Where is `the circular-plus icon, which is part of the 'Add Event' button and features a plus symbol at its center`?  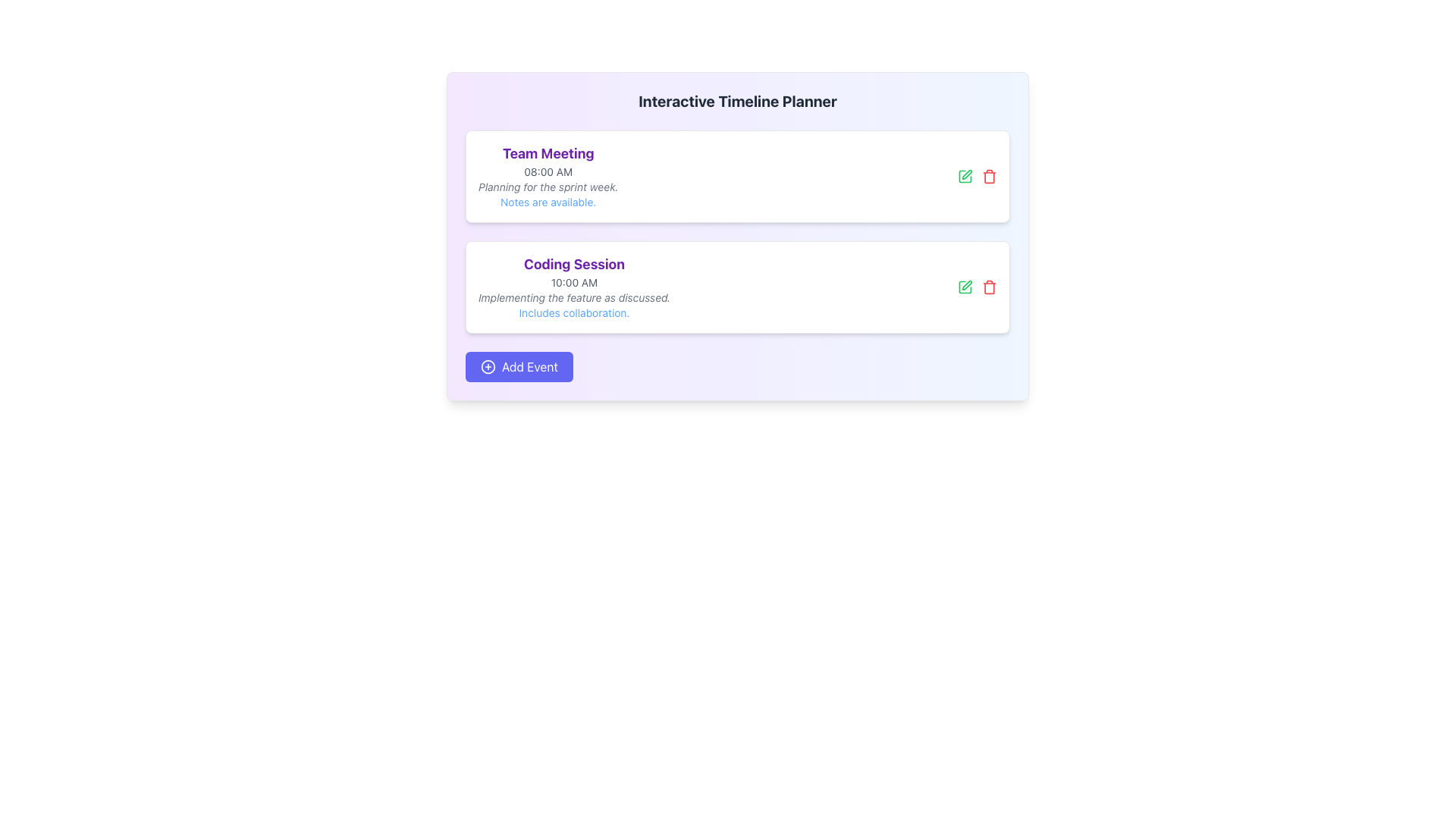
the circular-plus icon, which is part of the 'Add Event' button and features a plus symbol at its center is located at coordinates (488, 366).